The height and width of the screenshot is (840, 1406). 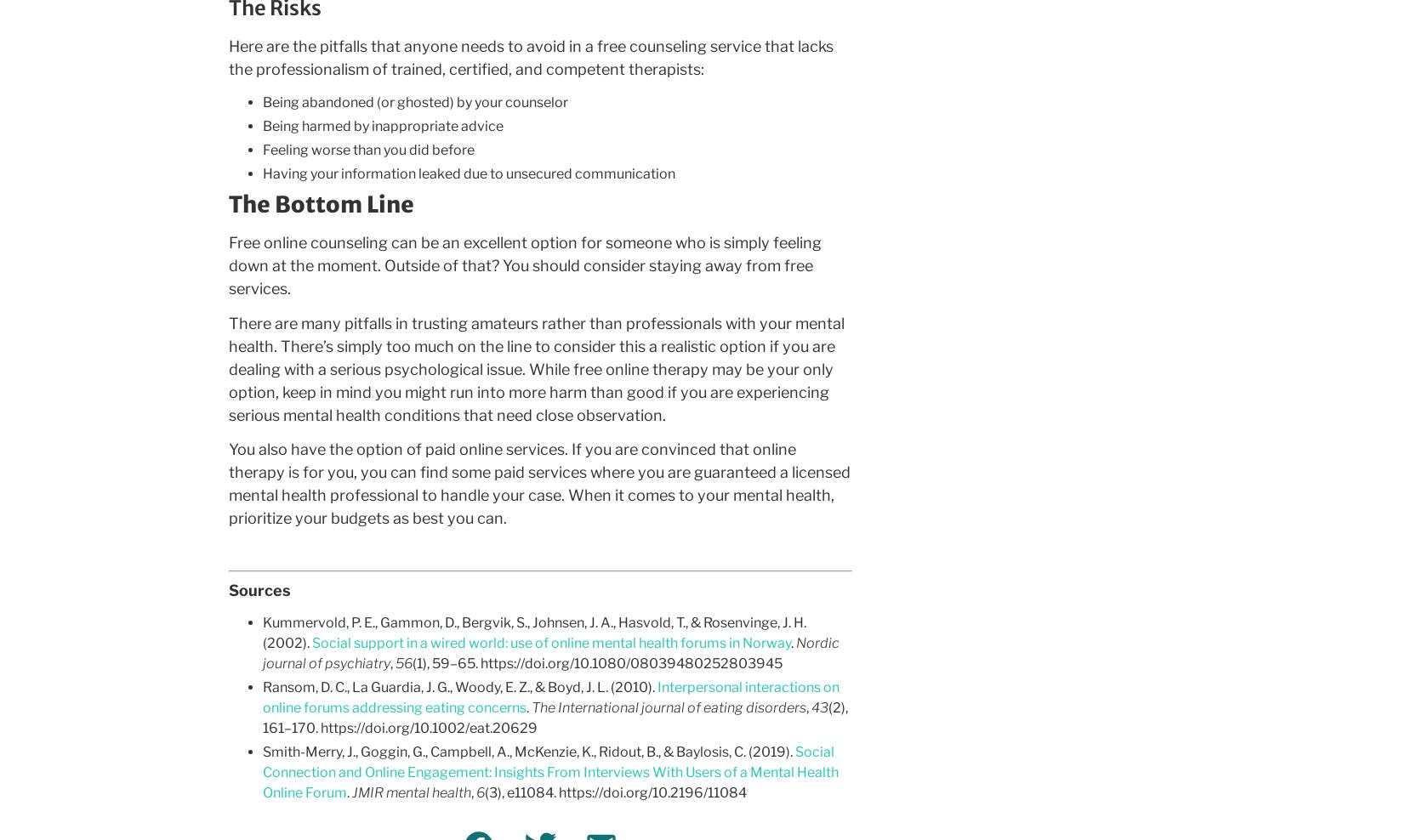 What do you see at coordinates (381, 124) in the screenshot?
I see `'Being harmed by inappropriate advice'` at bounding box center [381, 124].